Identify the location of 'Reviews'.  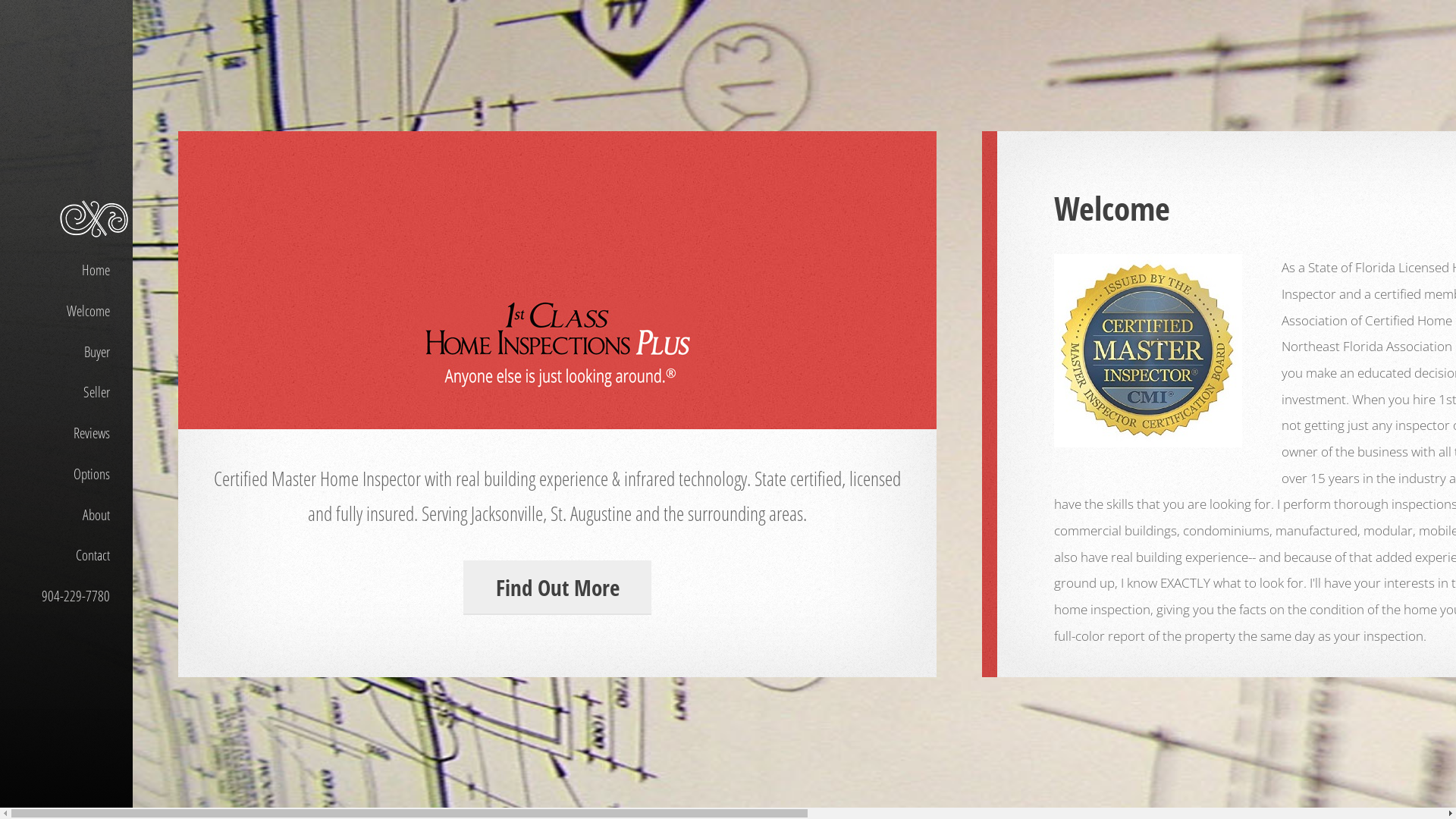
(65, 433).